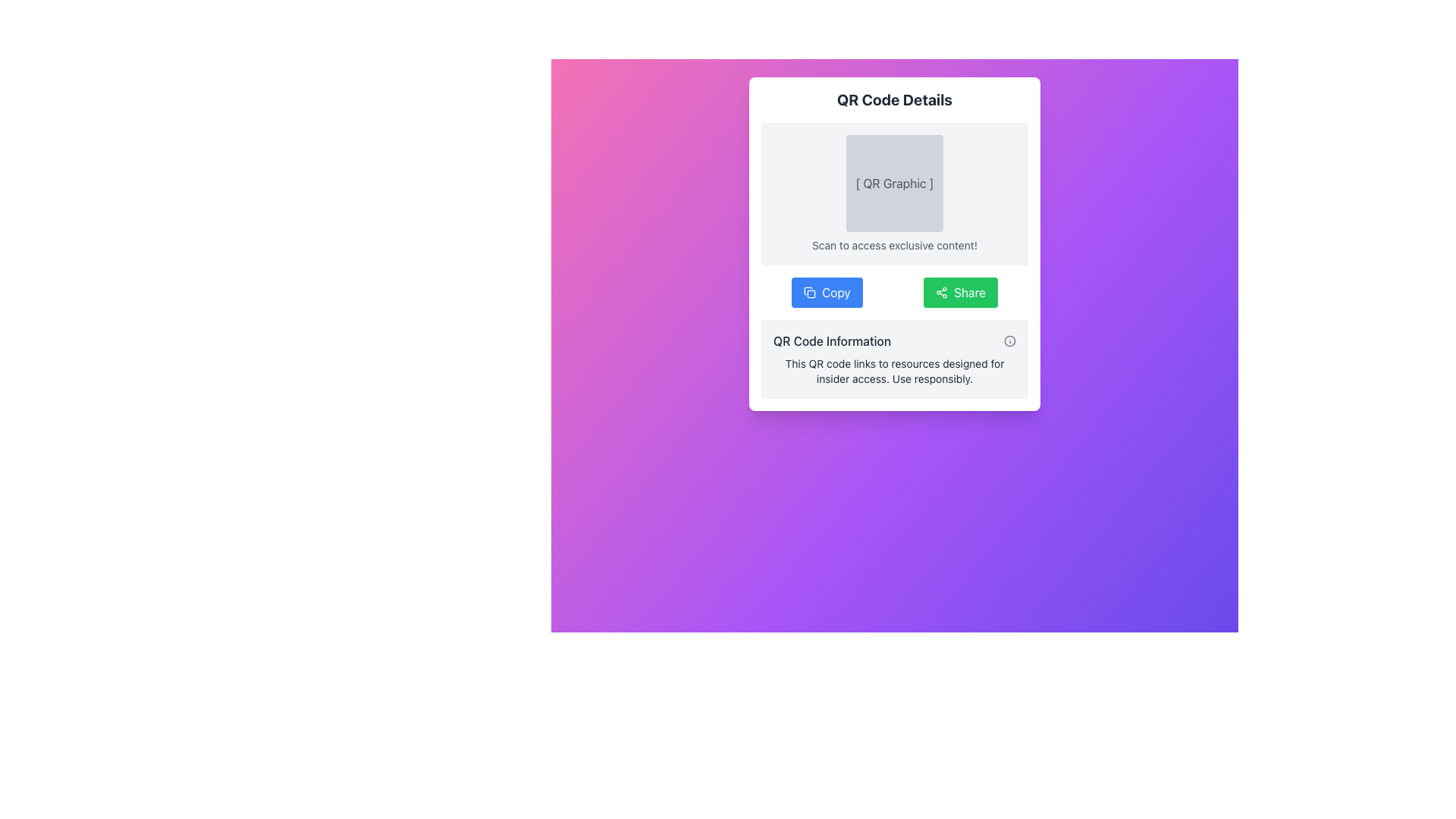 This screenshot has width=1456, height=819. I want to click on the blue 'Copy' button with white text and a copy icon located in the horizontal layout at the bottom of the card section, so click(826, 292).